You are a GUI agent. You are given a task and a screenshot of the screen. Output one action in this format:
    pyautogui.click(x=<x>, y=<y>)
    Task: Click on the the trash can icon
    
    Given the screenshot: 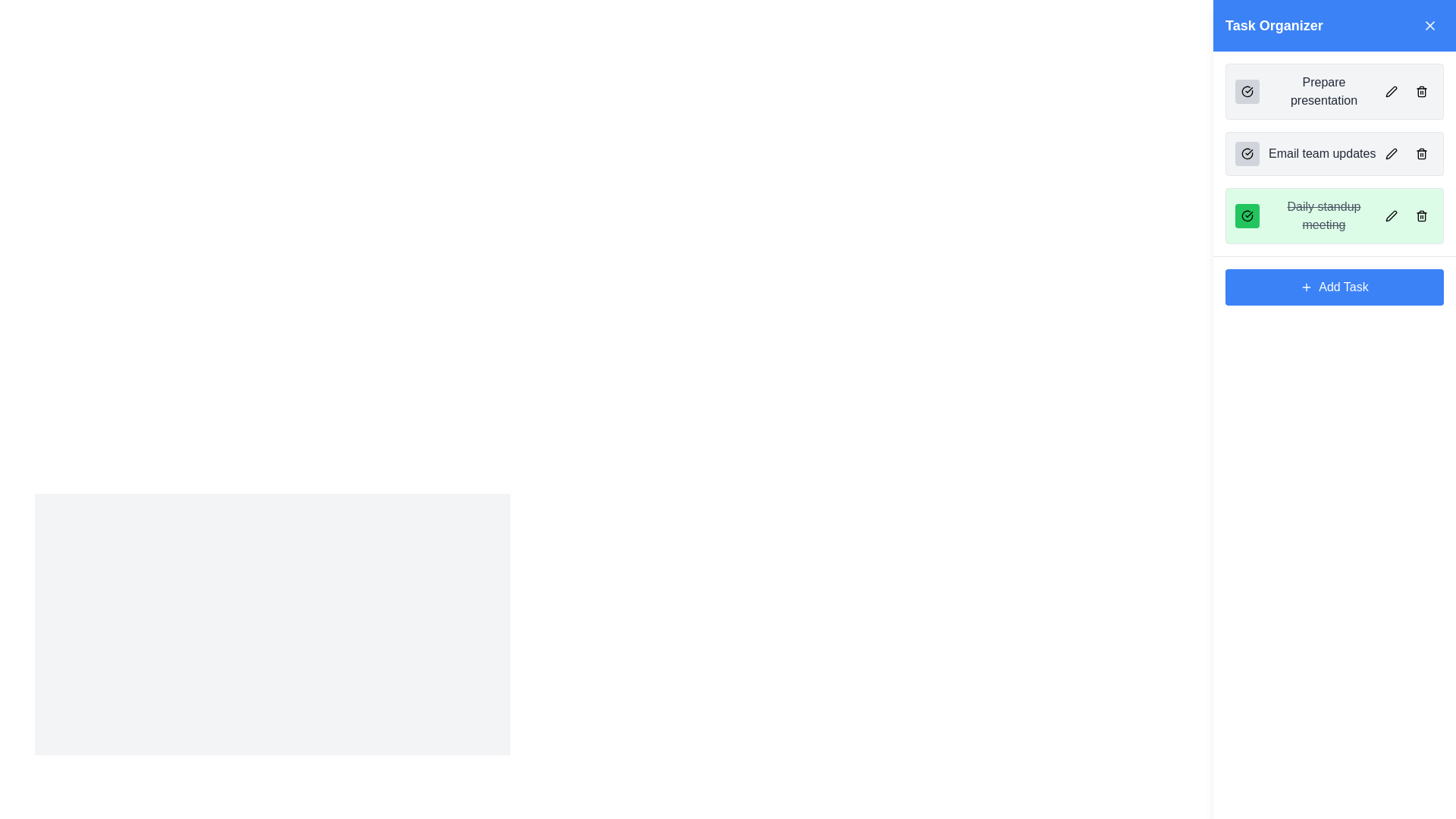 What is the action you would take?
    pyautogui.click(x=1421, y=91)
    